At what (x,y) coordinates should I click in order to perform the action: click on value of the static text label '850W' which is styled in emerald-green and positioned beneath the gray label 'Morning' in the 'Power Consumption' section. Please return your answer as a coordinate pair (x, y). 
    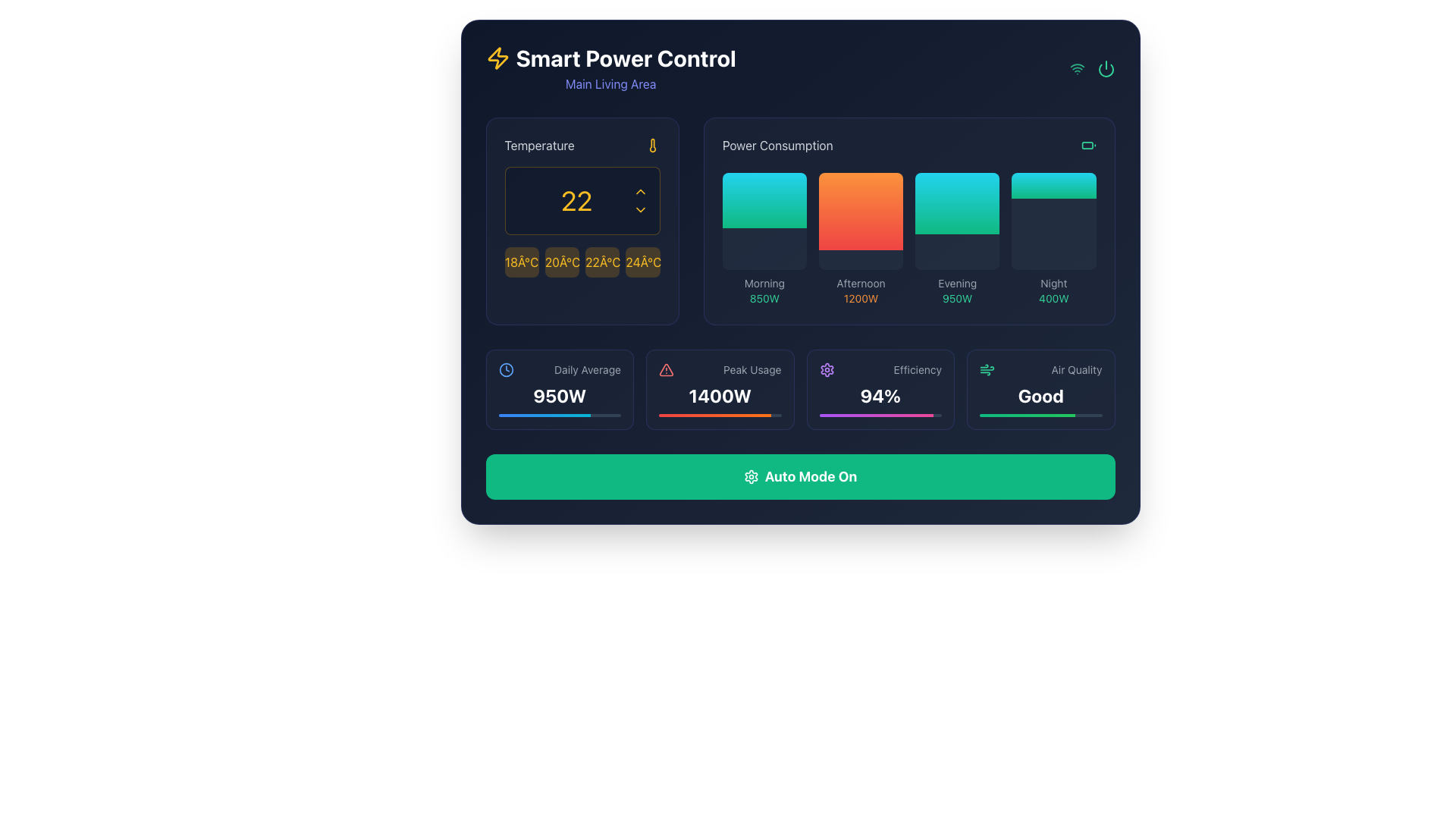
    Looking at the image, I should click on (764, 298).